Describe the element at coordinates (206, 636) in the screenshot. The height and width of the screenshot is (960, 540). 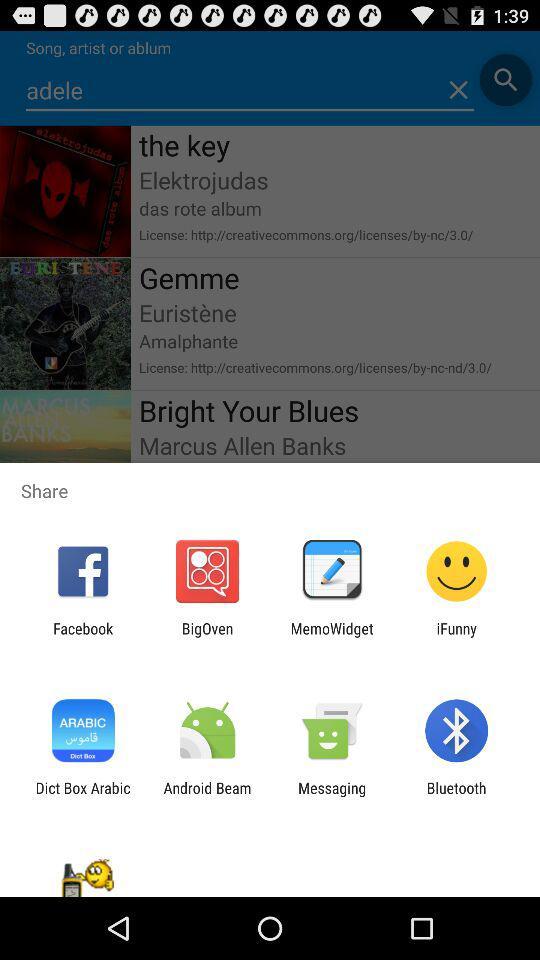
I see `the icon to the right of facebook item` at that location.